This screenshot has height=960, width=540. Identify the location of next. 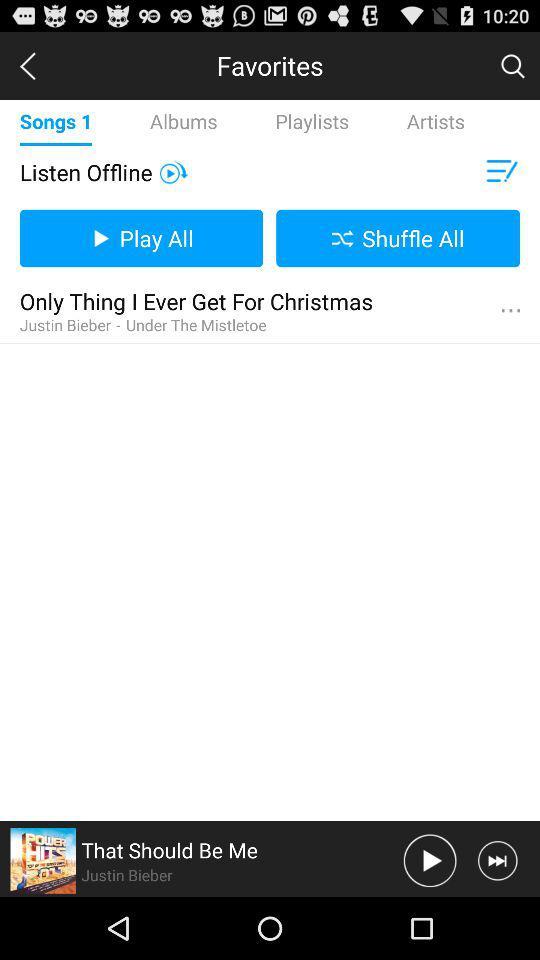
(496, 859).